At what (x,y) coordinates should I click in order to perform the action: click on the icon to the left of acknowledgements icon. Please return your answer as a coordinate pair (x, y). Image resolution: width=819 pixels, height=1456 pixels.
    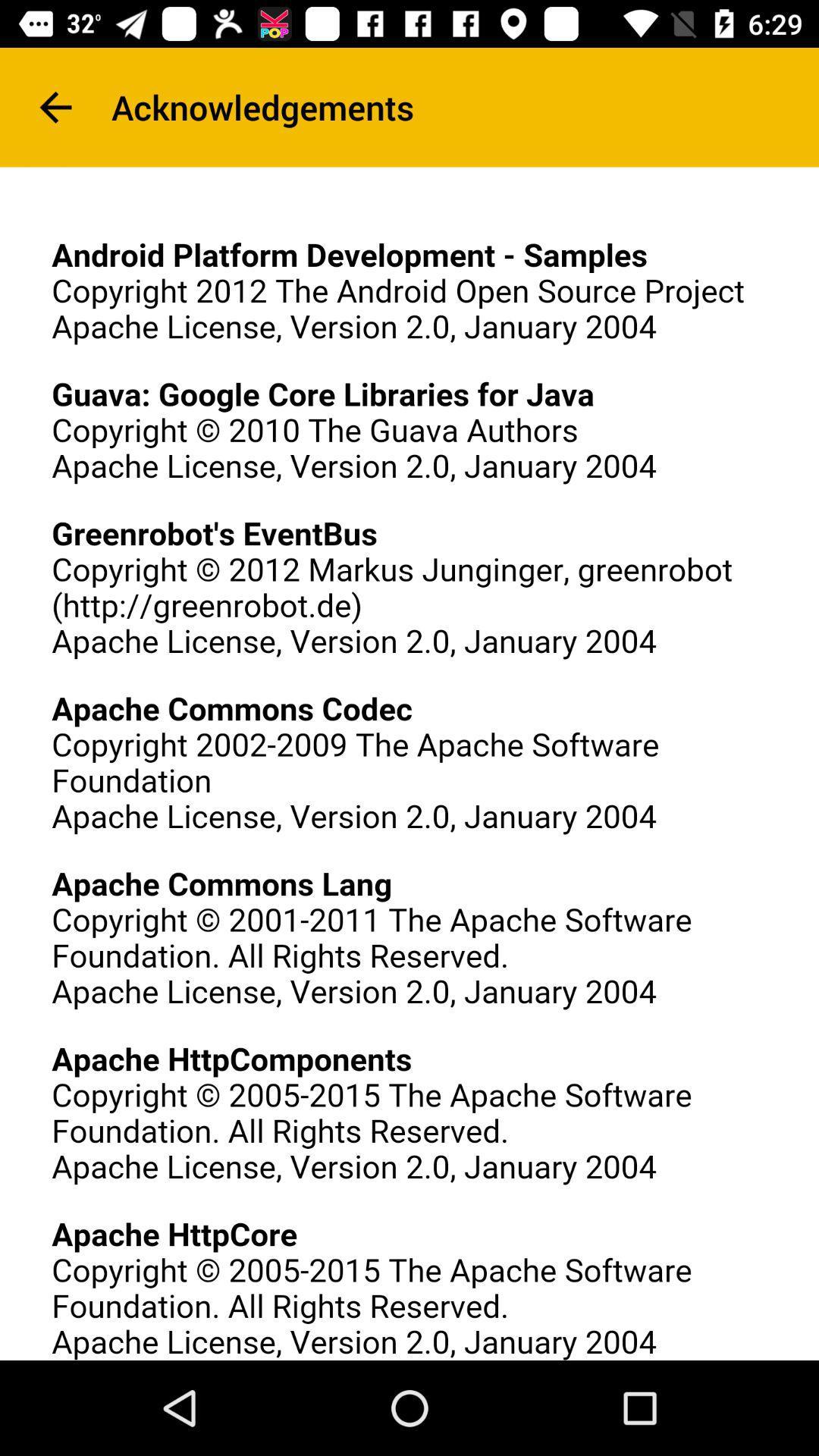
    Looking at the image, I should click on (55, 106).